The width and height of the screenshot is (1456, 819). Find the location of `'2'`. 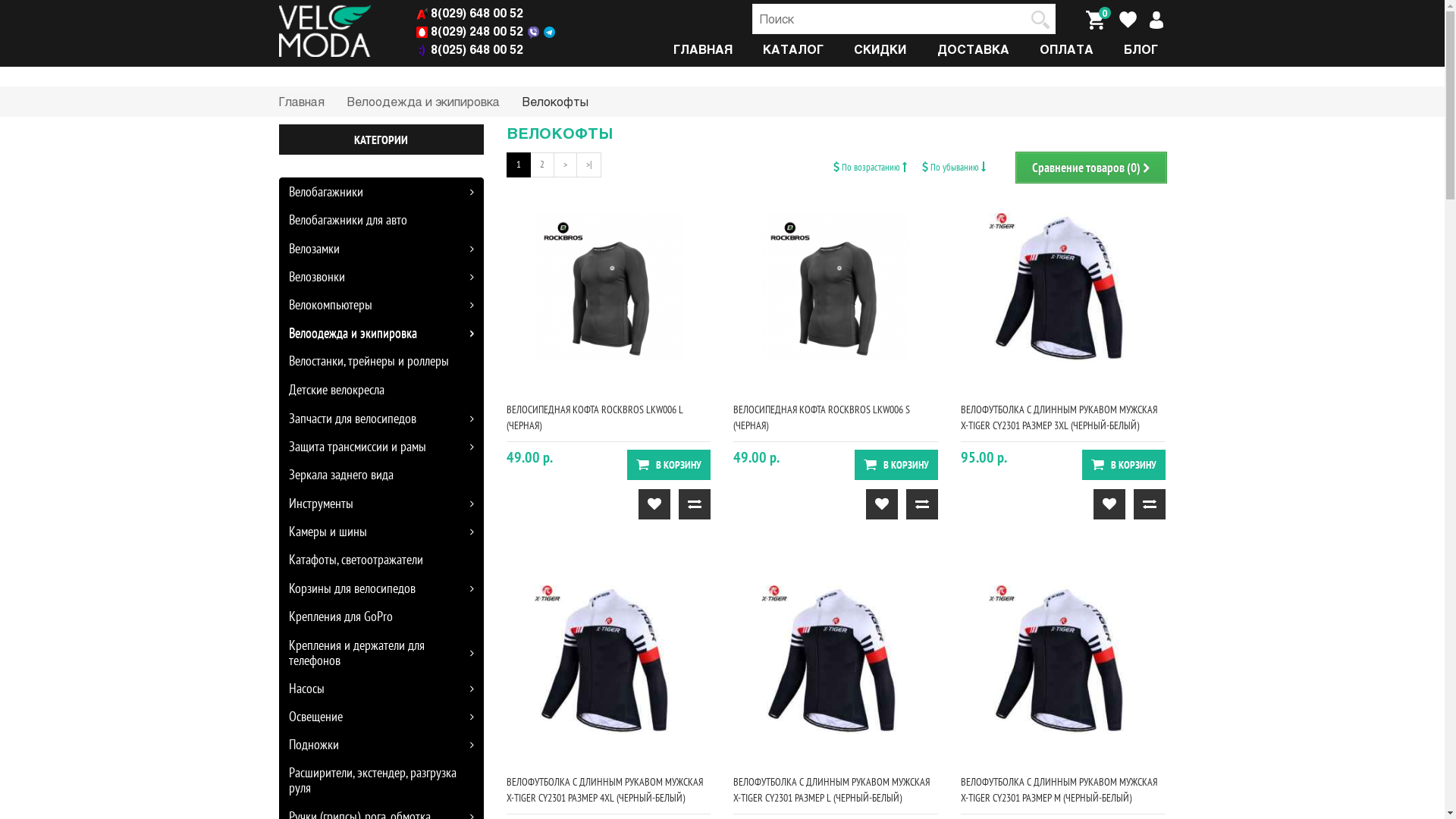

'2' is located at coordinates (541, 165).